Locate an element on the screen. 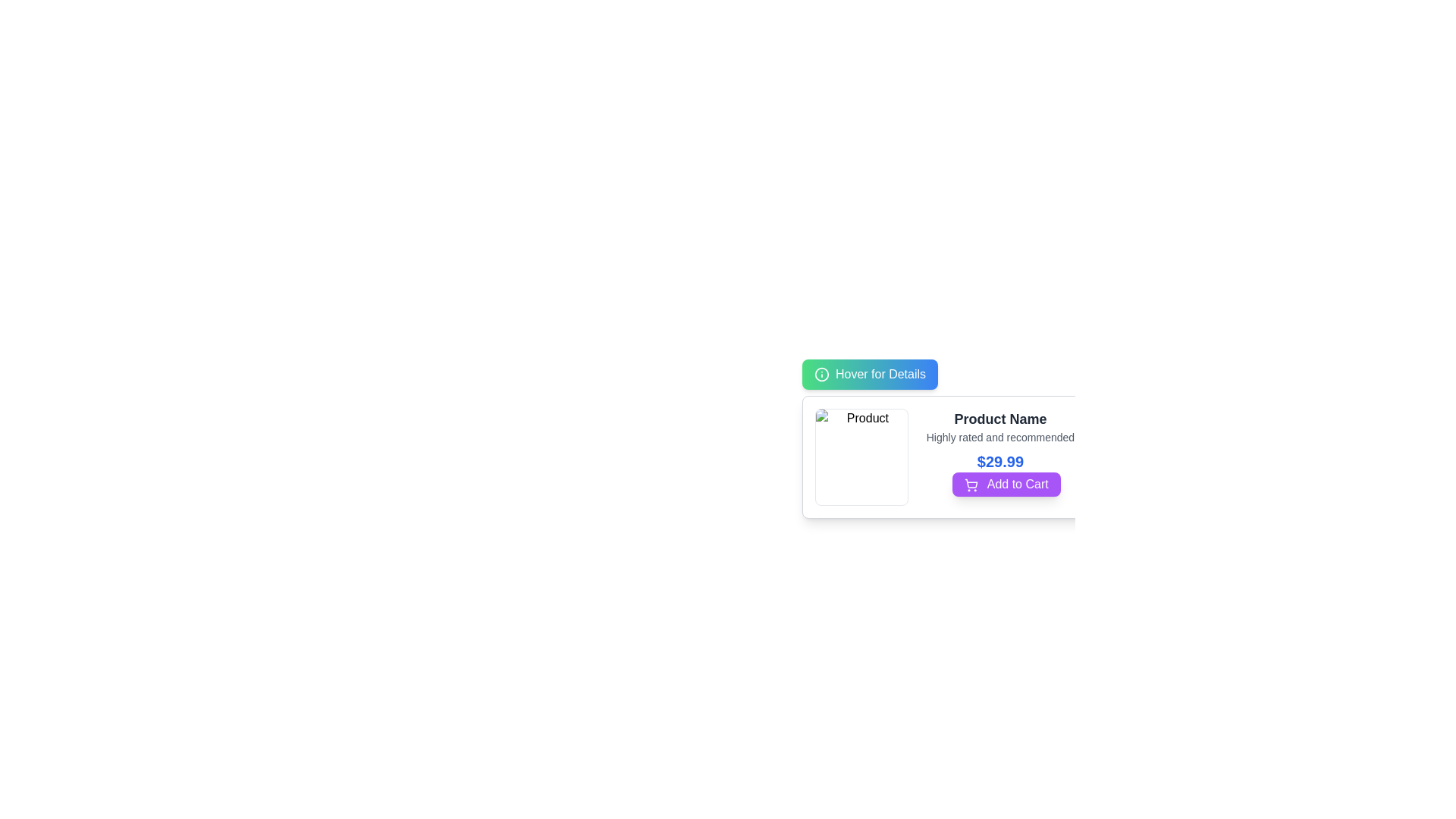 The height and width of the screenshot is (819, 1456). the 'Add to Cart' button with the price label '$29.99' to trigger the hover effect is located at coordinates (1000, 472).